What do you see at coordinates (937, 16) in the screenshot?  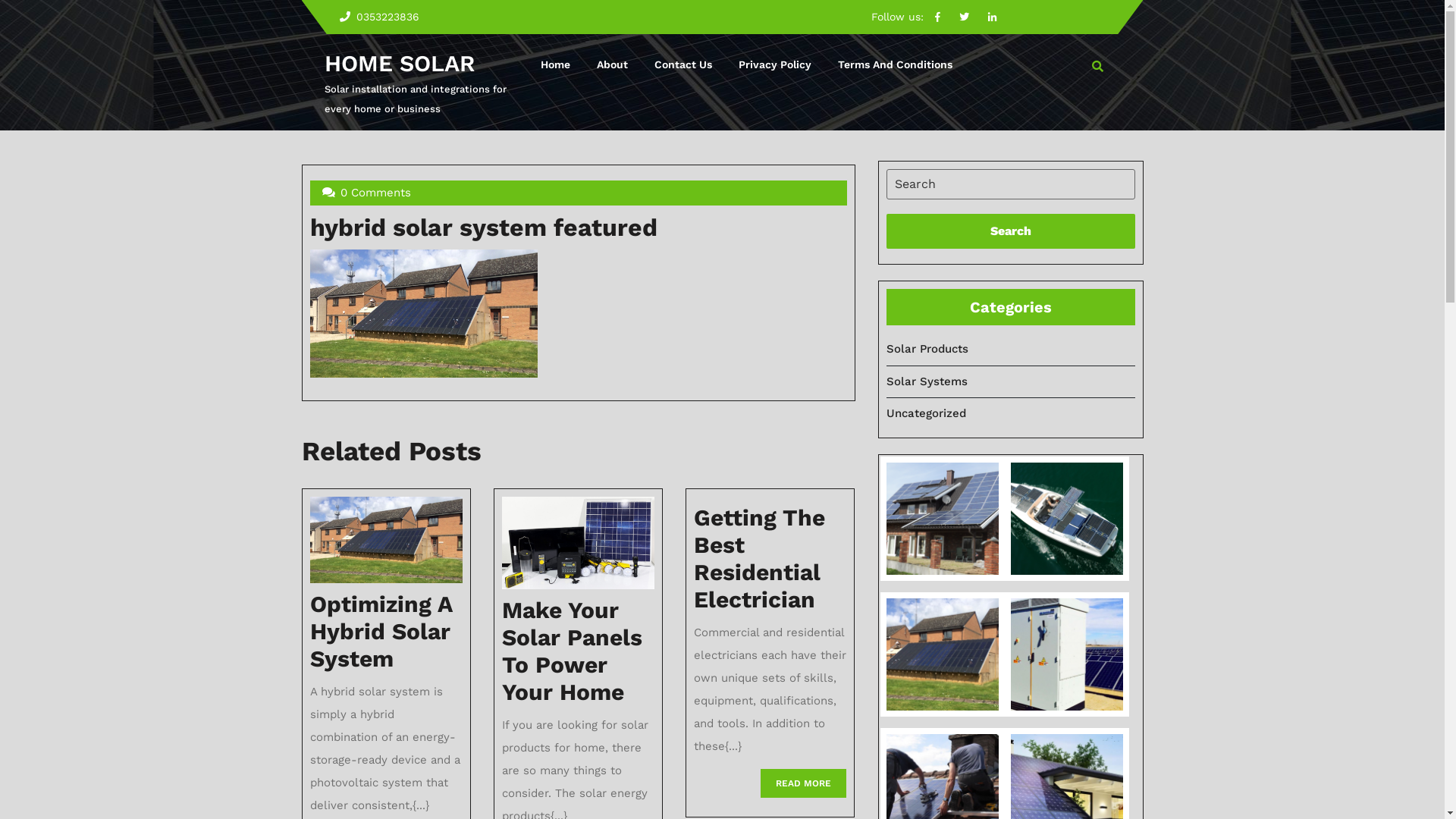 I see `'Facebook'` at bounding box center [937, 16].